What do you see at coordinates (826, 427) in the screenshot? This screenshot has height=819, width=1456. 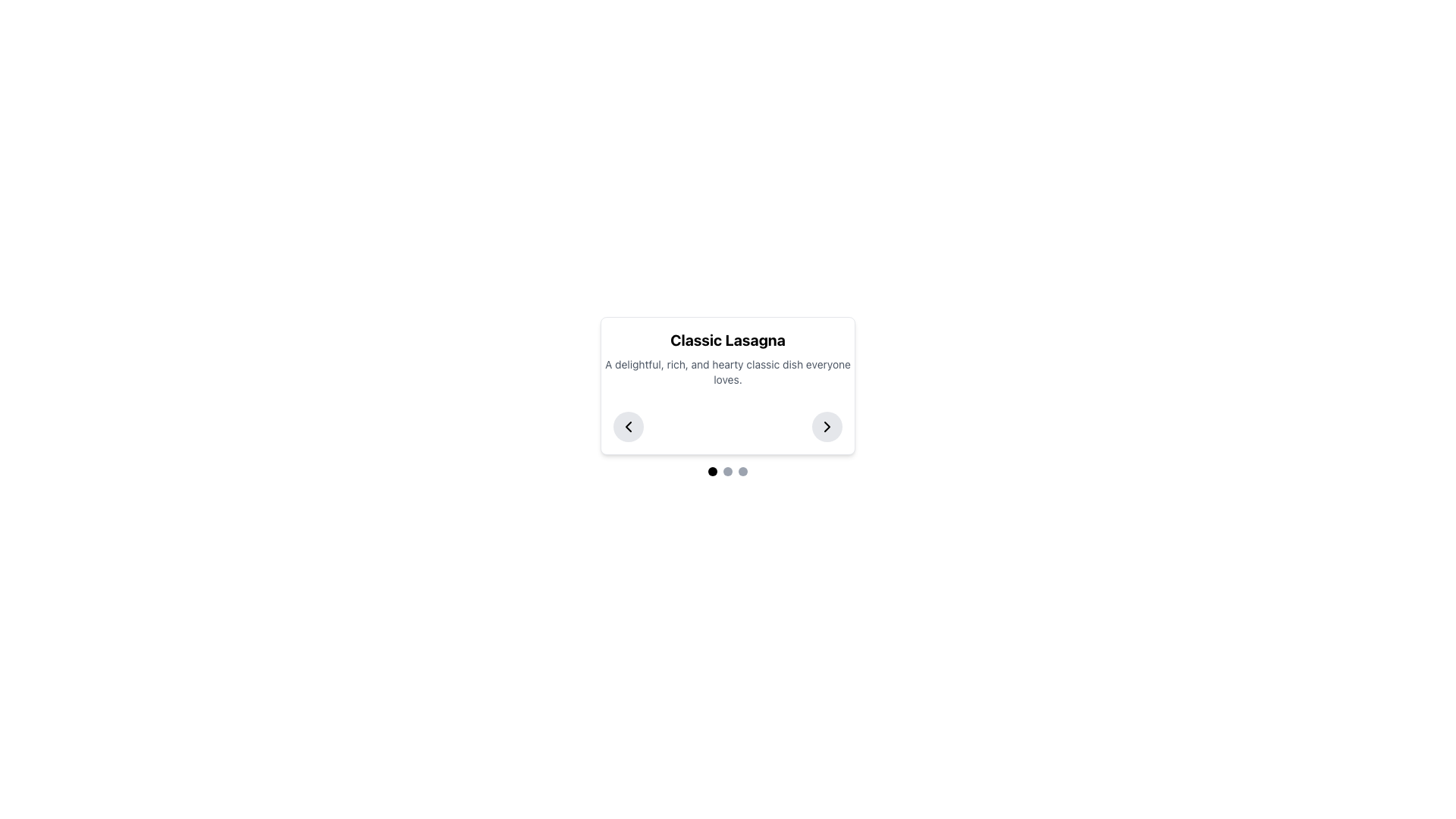 I see `the SVG Icon located at the bottom-right of the card` at bounding box center [826, 427].